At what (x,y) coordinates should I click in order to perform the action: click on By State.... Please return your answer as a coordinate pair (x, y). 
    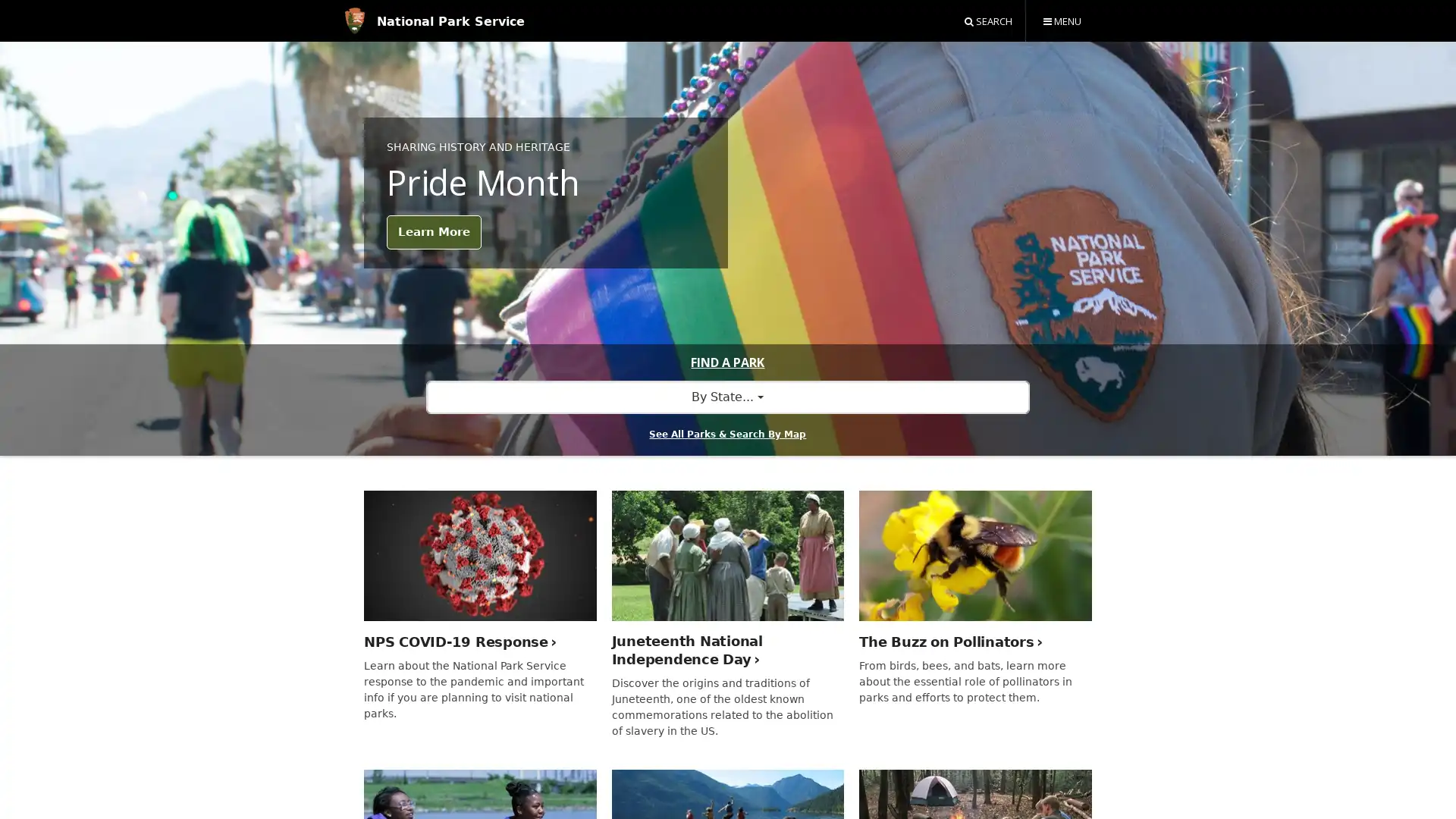
    Looking at the image, I should click on (726, 396).